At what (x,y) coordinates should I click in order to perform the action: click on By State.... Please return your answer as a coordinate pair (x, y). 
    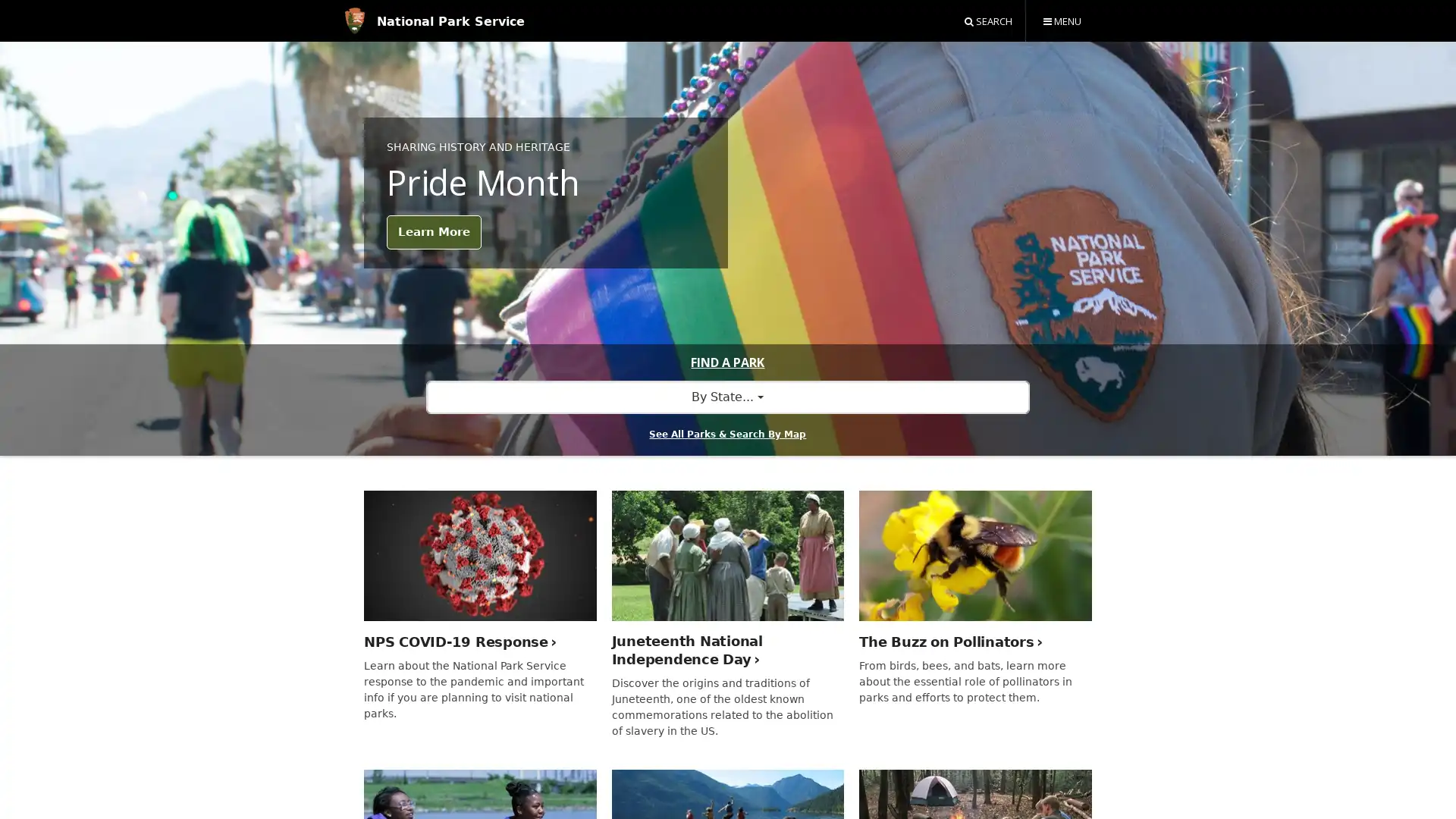
    Looking at the image, I should click on (726, 396).